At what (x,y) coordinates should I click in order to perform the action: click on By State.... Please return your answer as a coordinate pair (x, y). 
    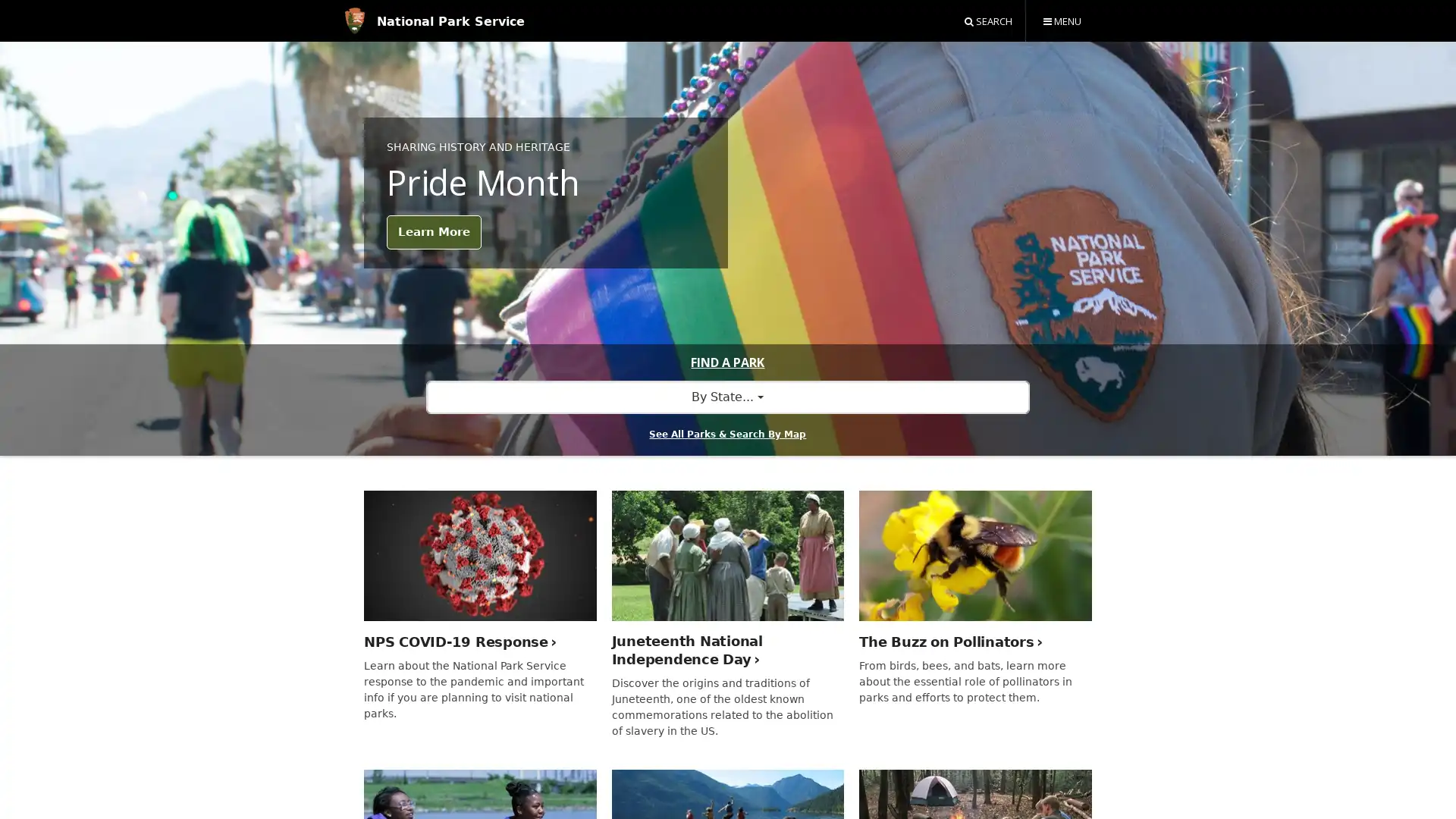
    Looking at the image, I should click on (726, 396).